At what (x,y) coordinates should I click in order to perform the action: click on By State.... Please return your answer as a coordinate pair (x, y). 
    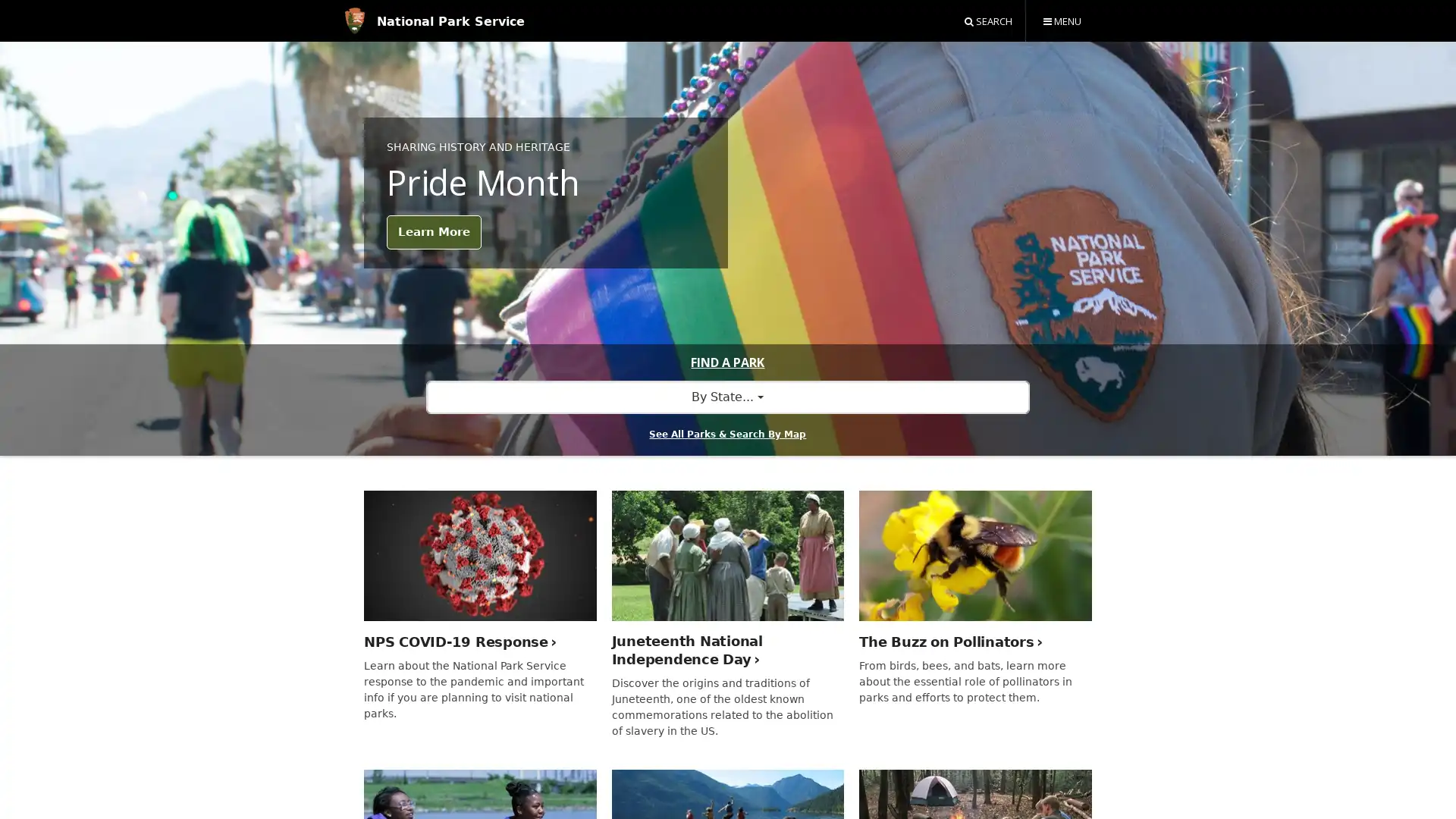
    Looking at the image, I should click on (726, 396).